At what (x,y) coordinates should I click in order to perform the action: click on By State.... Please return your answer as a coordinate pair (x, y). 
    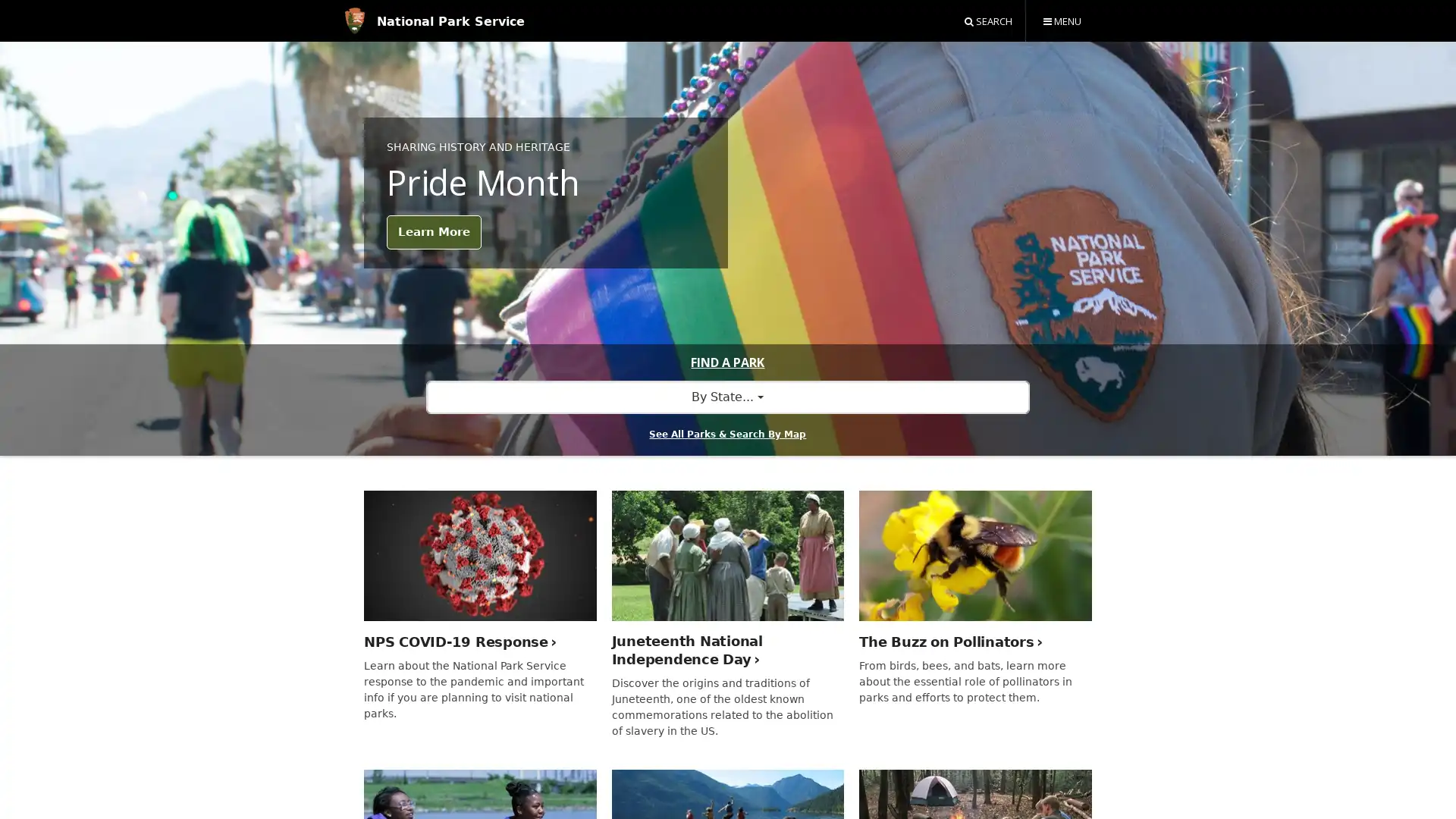
    Looking at the image, I should click on (726, 396).